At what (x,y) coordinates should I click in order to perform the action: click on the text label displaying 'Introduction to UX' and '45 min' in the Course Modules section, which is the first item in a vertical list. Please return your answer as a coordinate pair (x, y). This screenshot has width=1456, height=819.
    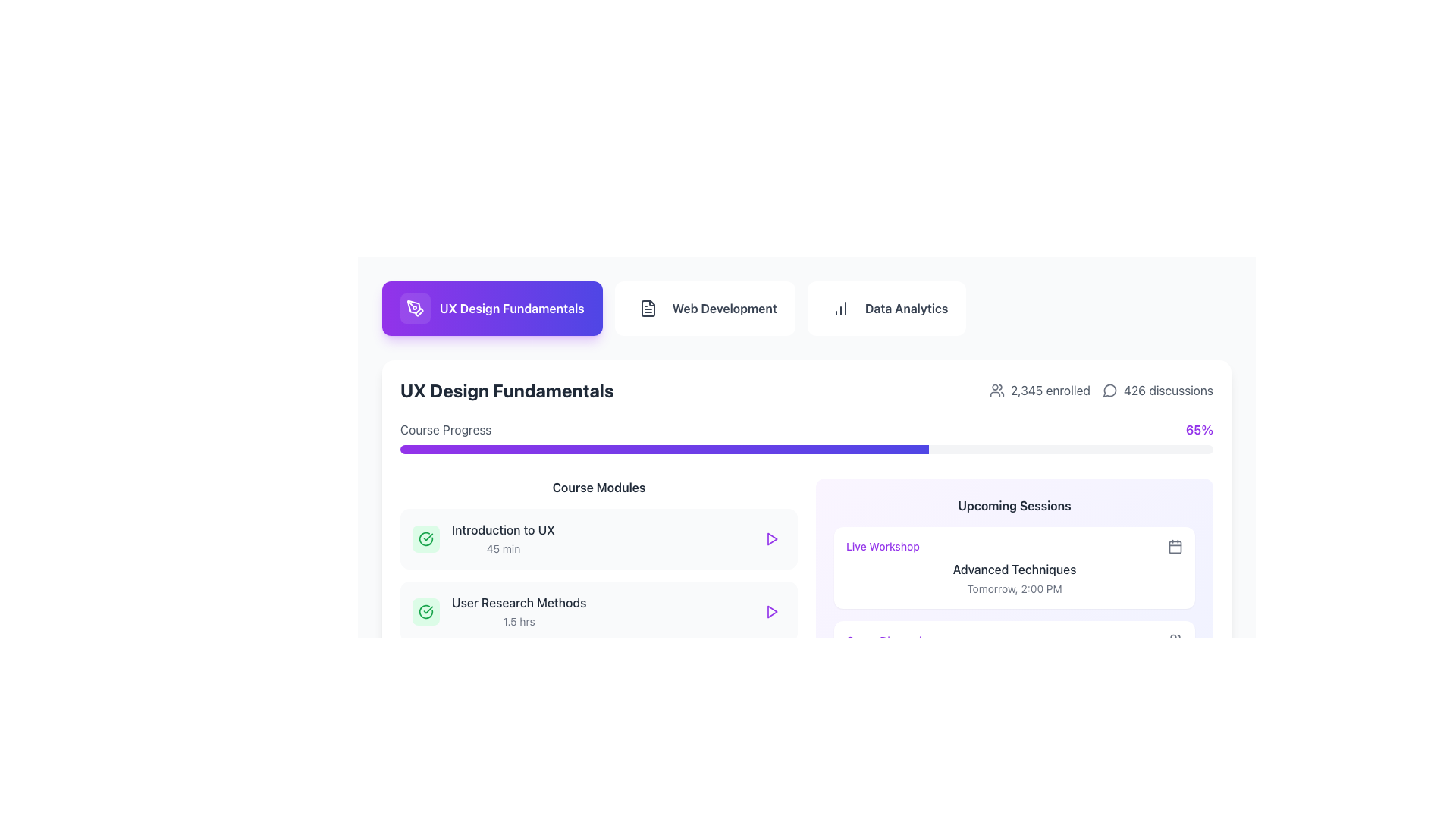
    Looking at the image, I should click on (503, 538).